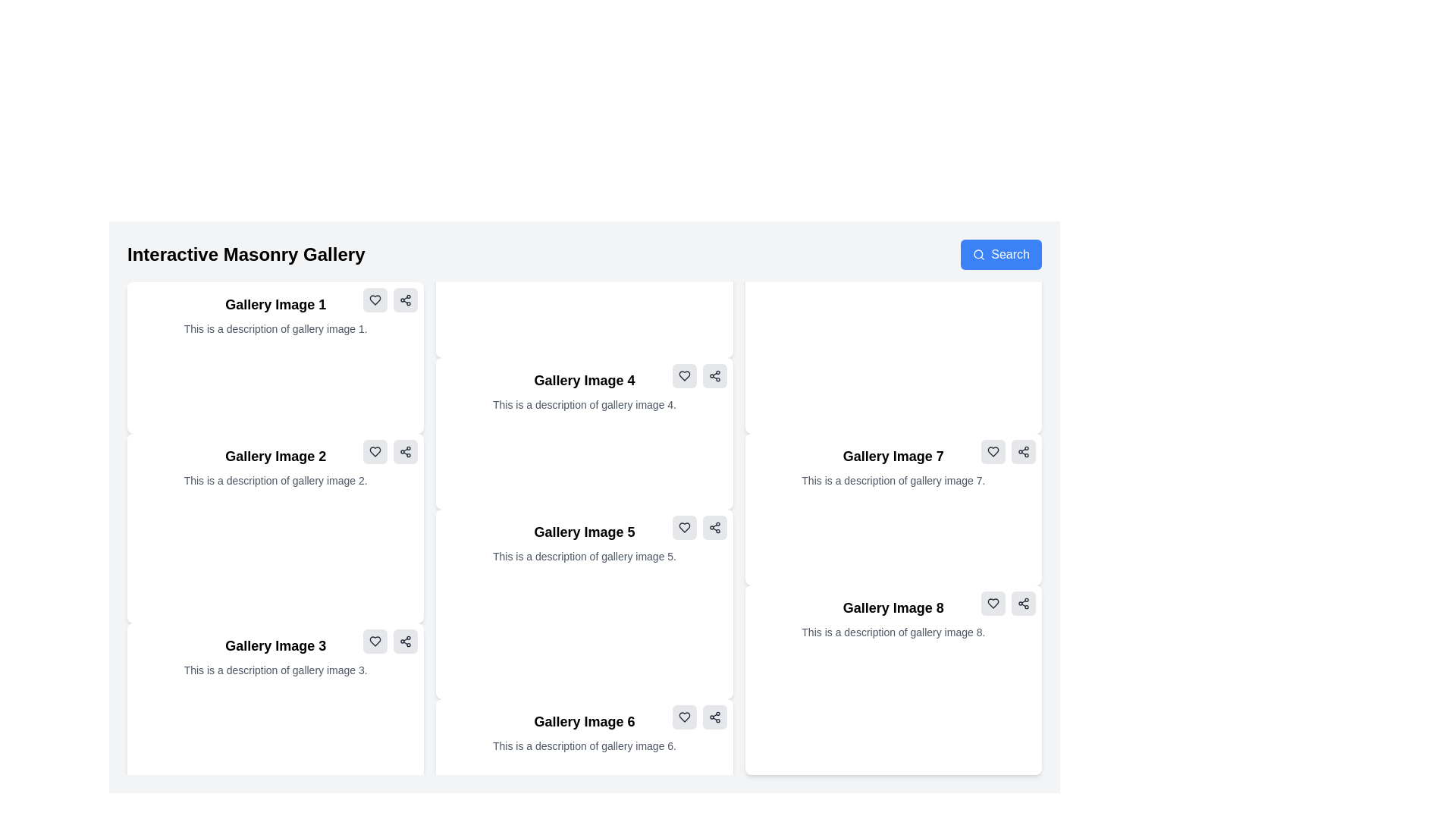  I want to click on the share icon located in the top-right corner of the 'Gallery Image 4' card to initiate sharing, so click(714, 375).